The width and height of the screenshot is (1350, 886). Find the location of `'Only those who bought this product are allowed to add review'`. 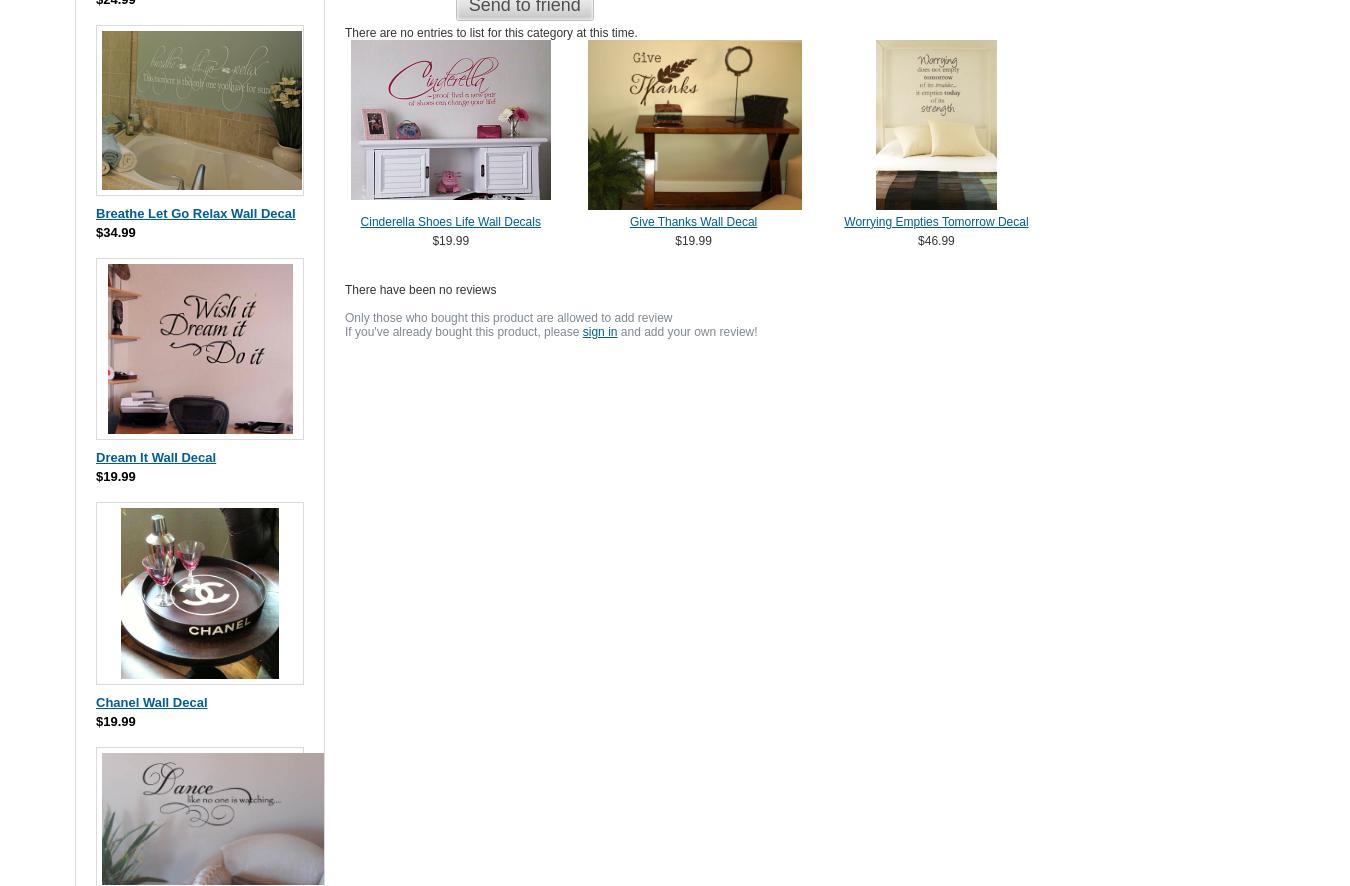

'Only those who bought this product are allowed to add review' is located at coordinates (507, 316).